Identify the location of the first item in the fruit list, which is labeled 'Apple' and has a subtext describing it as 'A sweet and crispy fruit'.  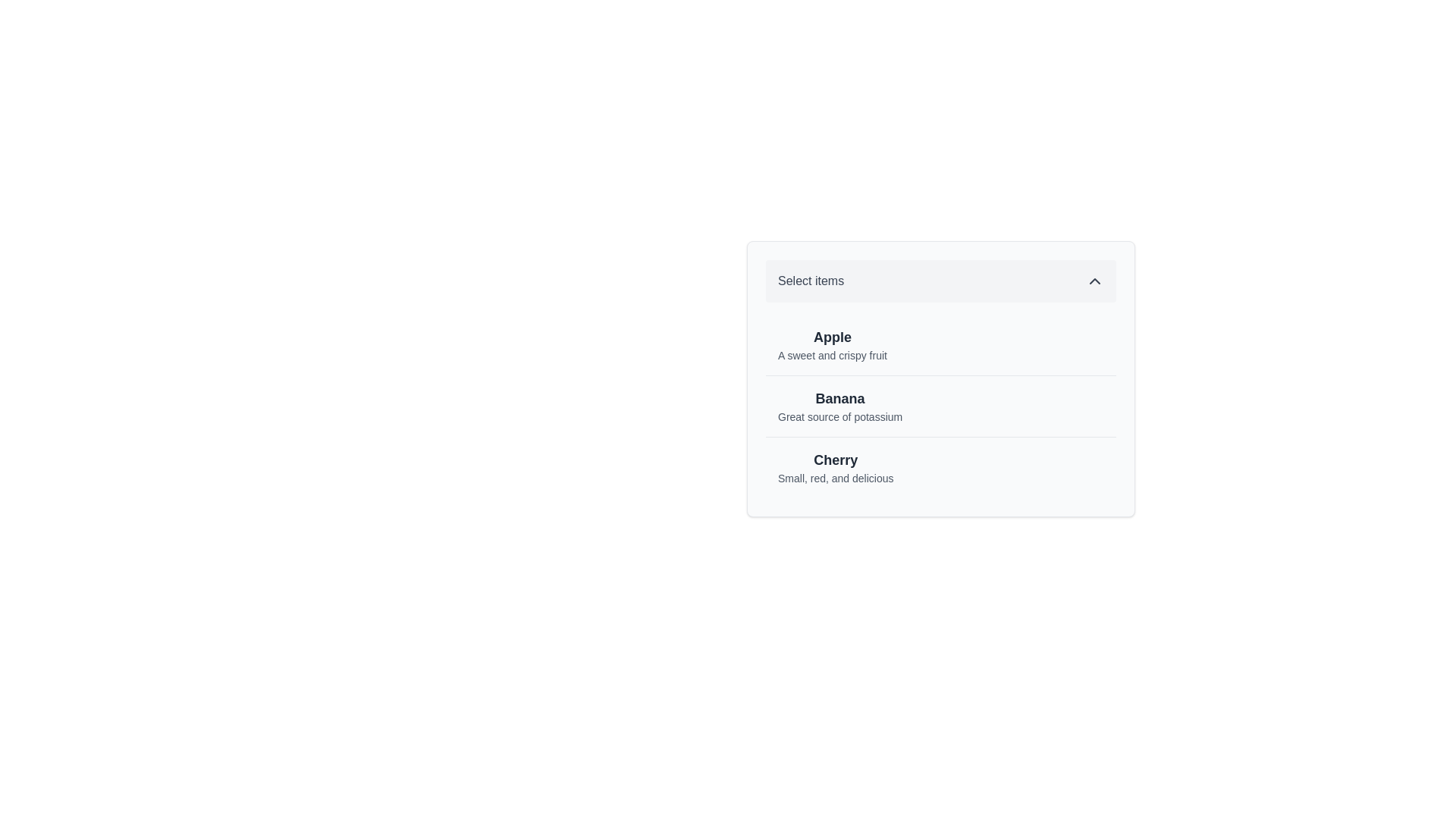
(940, 345).